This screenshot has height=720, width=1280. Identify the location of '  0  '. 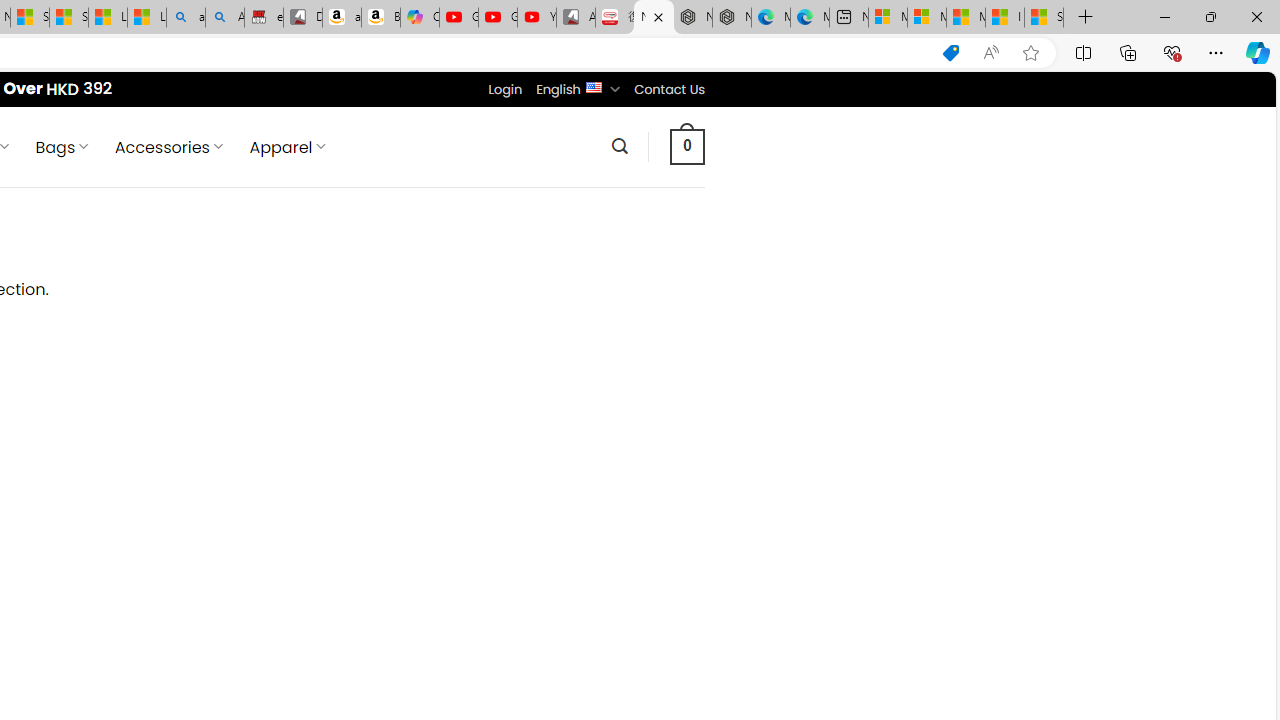
(688, 145).